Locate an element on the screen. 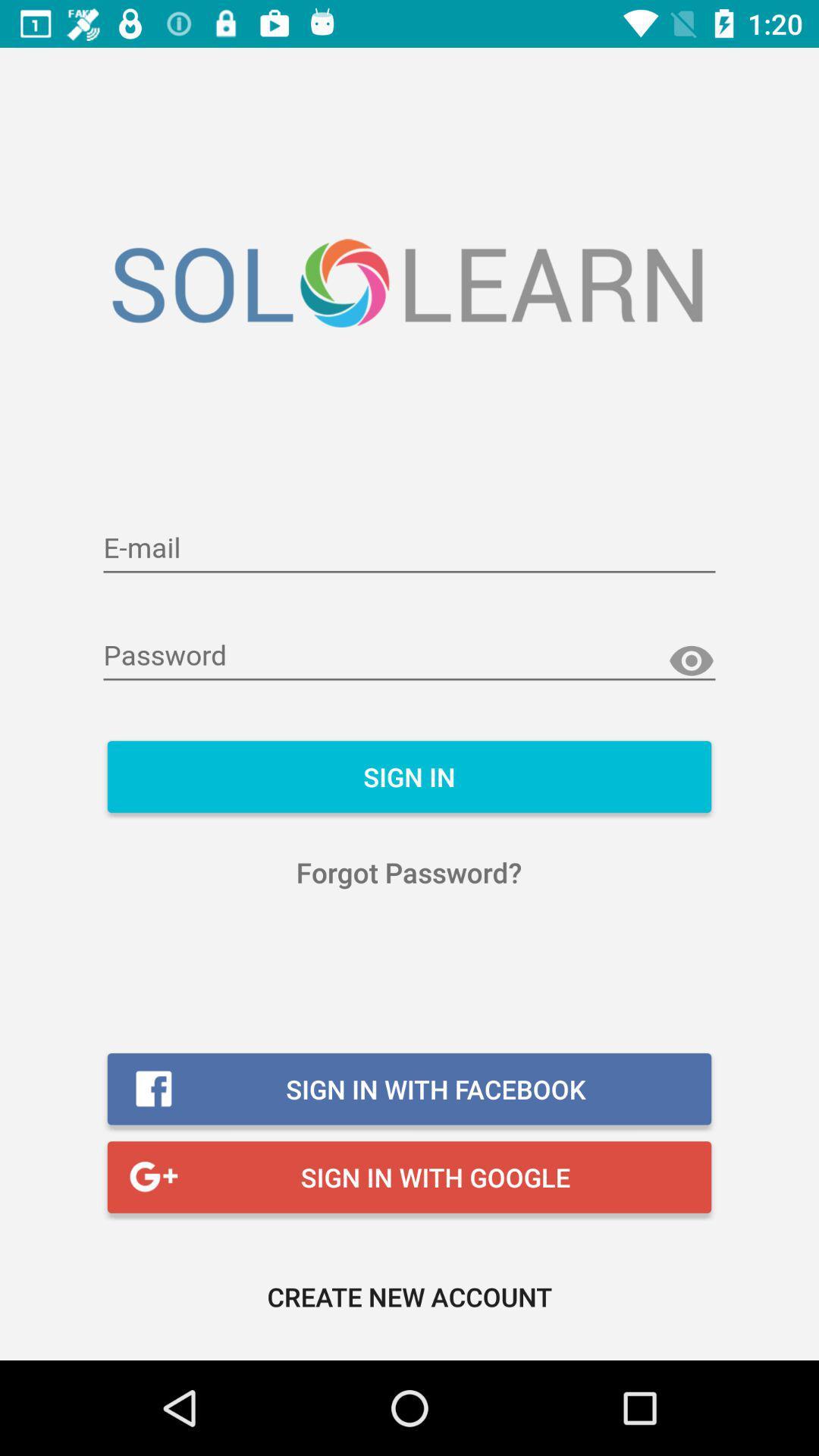  write password is located at coordinates (409, 656).